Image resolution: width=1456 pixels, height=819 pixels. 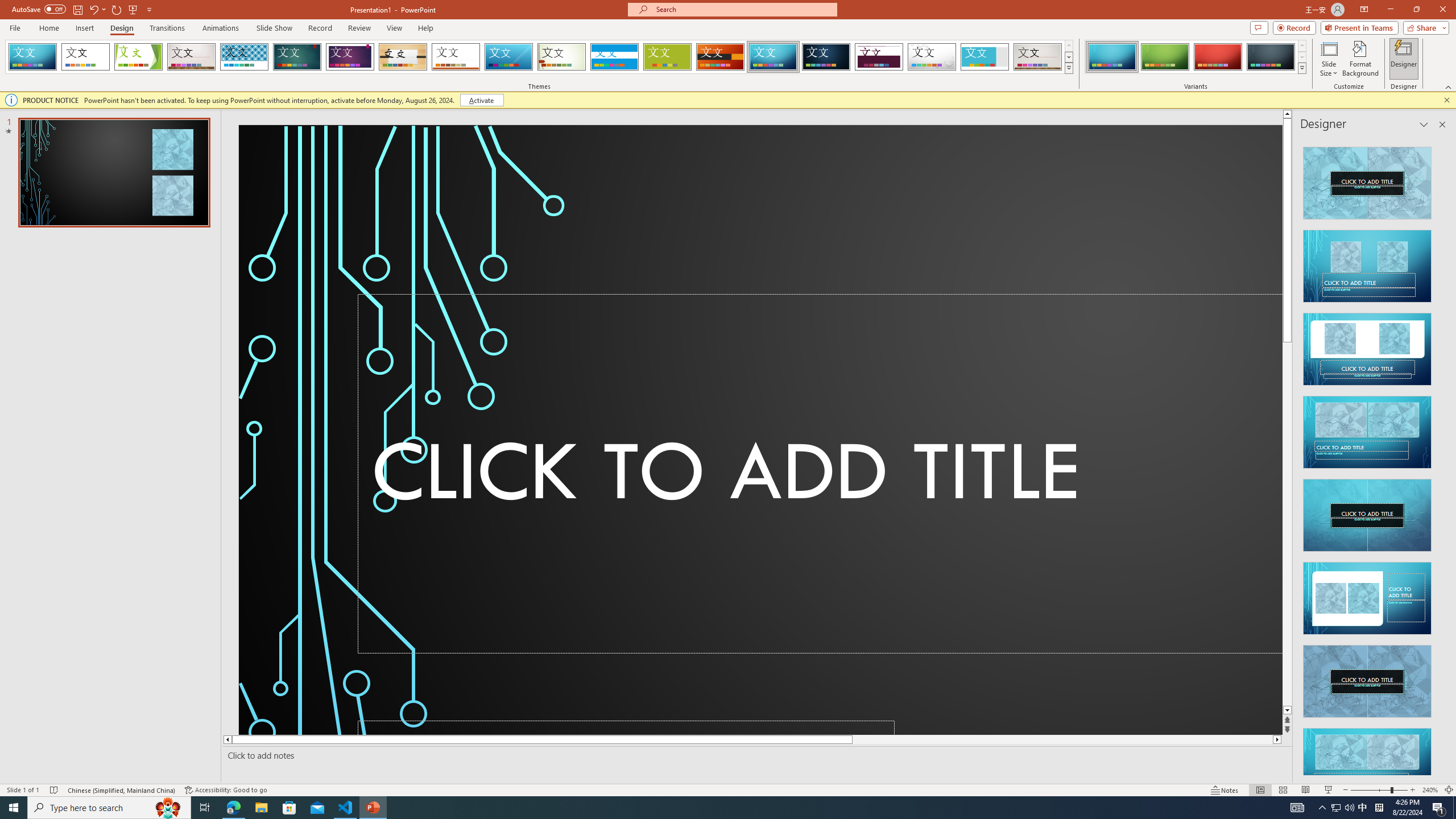 I want to click on 'AutomationID: ThemeVariantsGallery', so click(x=1196, y=56).